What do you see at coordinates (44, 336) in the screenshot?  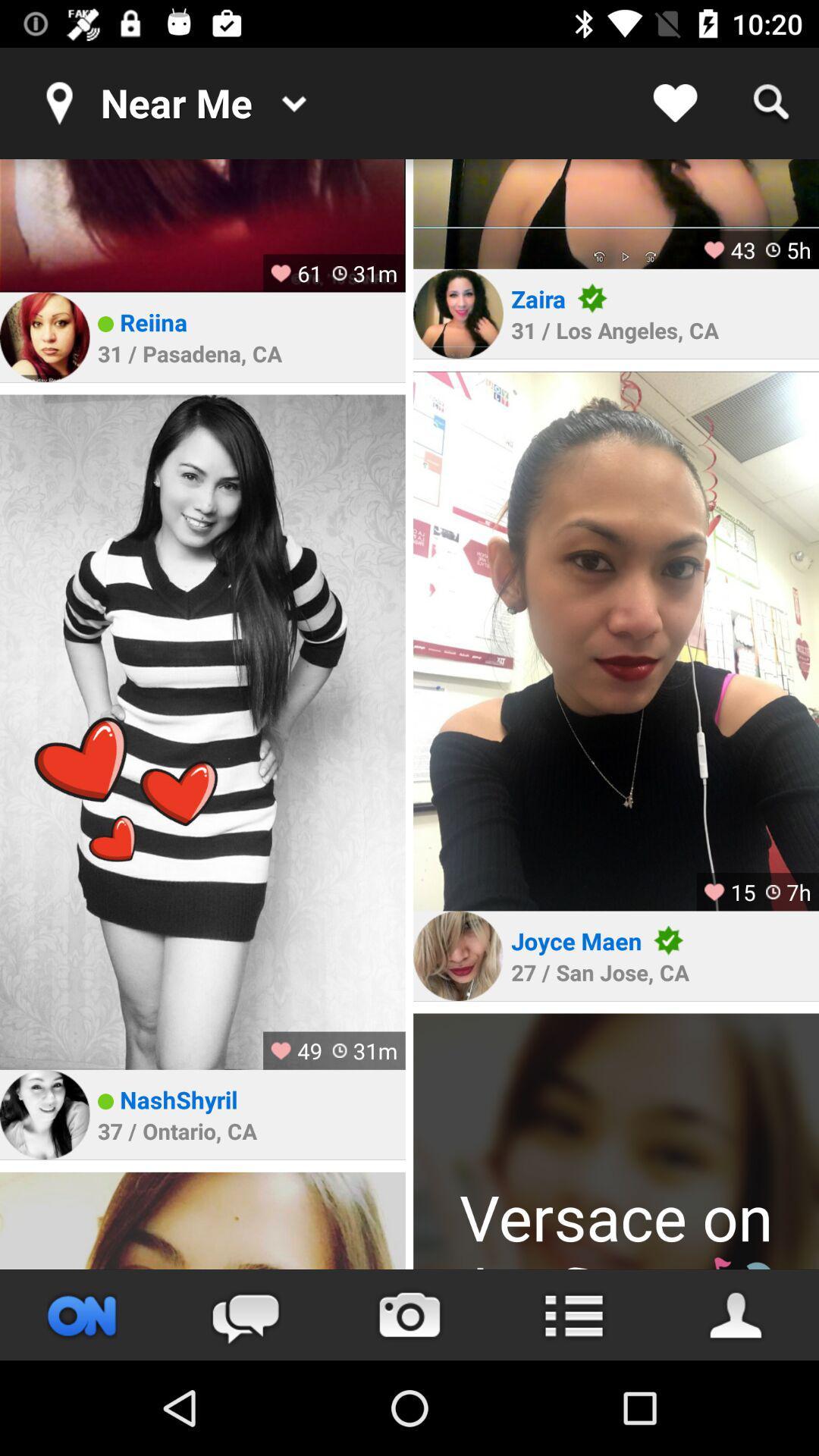 I see `profile` at bounding box center [44, 336].